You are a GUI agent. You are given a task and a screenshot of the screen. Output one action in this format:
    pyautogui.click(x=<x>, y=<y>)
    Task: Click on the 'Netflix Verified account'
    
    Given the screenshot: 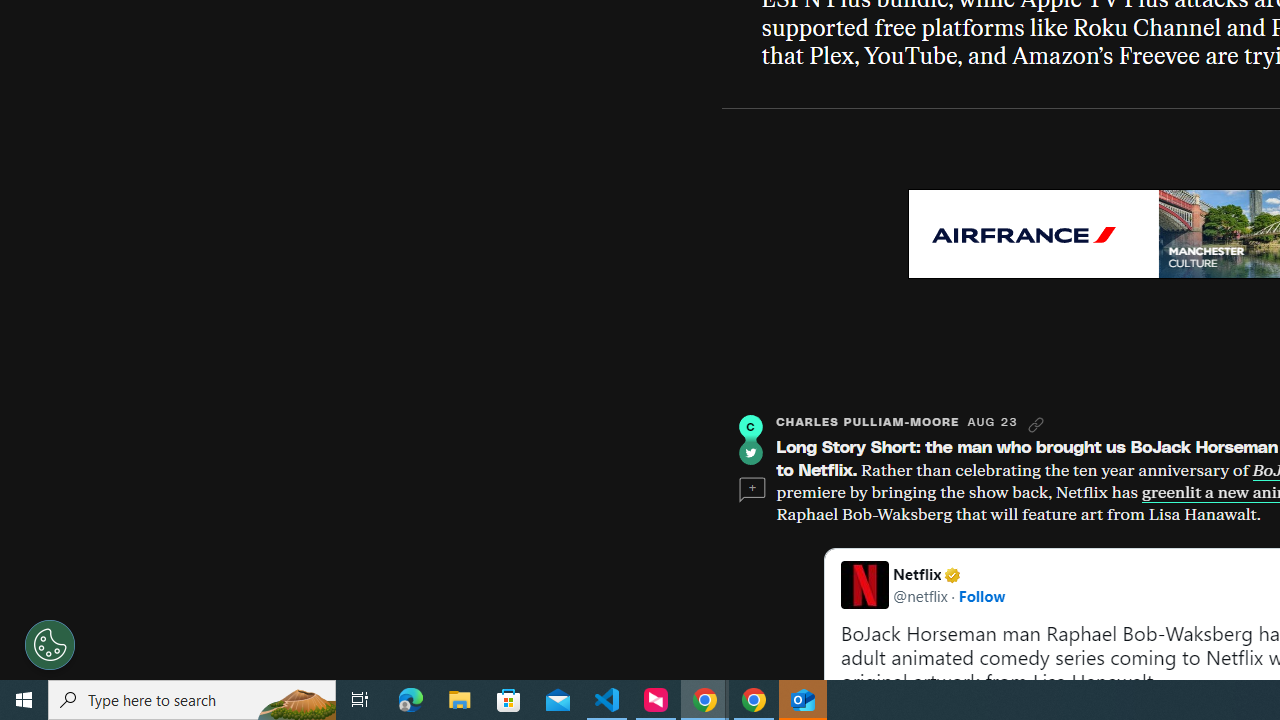 What is the action you would take?
    pyautogui.click(x=948, y=574)
    